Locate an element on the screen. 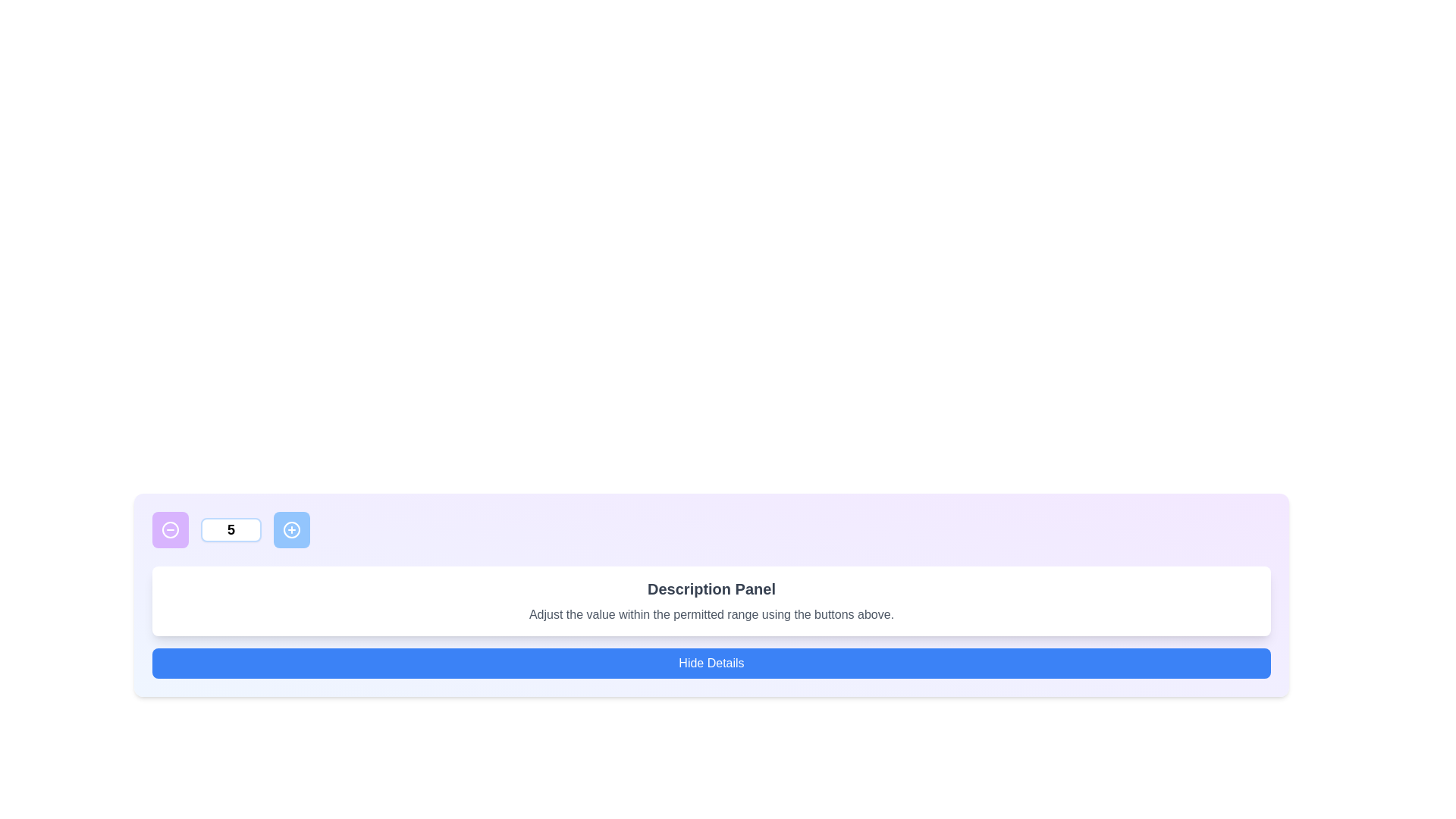 The height and width of the screenshot is (819, 1456). the static text element that provides supplementary instructions, located in the lower half of the 'Description Panel' is located at coordinates (711, 614).